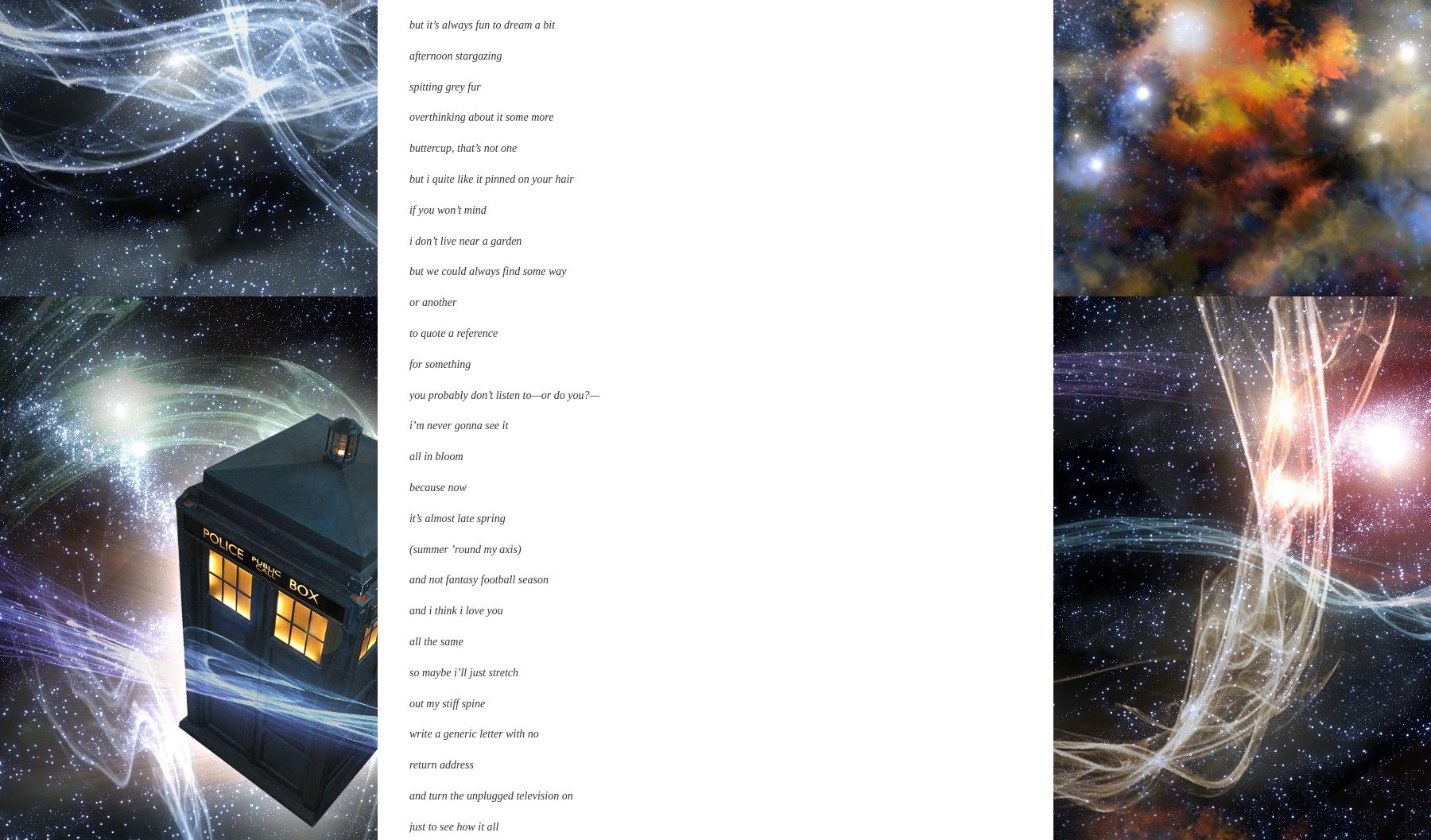 The height and width of the screenshot is (840, 1431). What do you see at coordinates (436, 637) in the screenshot?
I see `'for me either'` at bounding box center [436, 637].